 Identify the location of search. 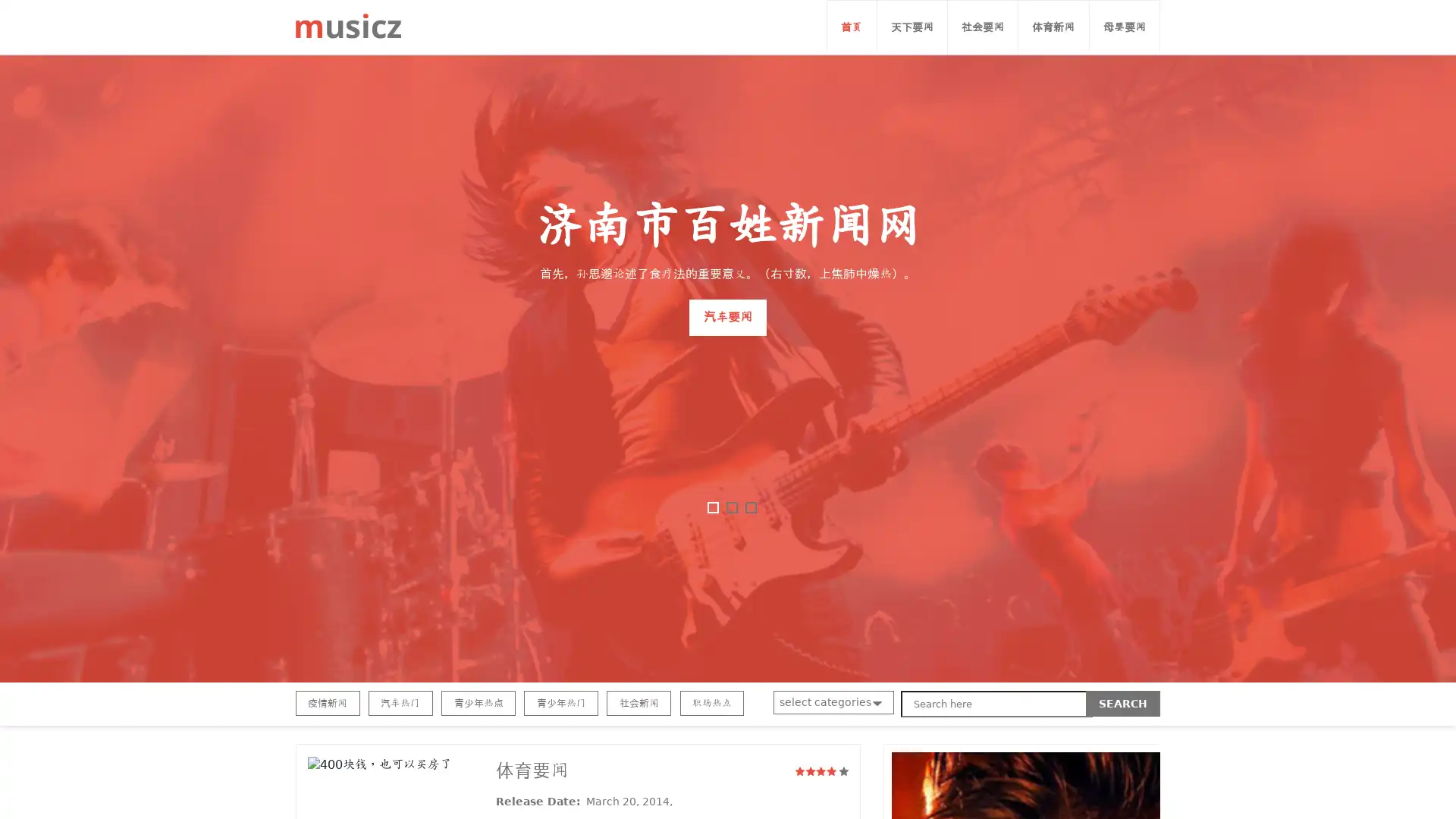
(1123, 704).